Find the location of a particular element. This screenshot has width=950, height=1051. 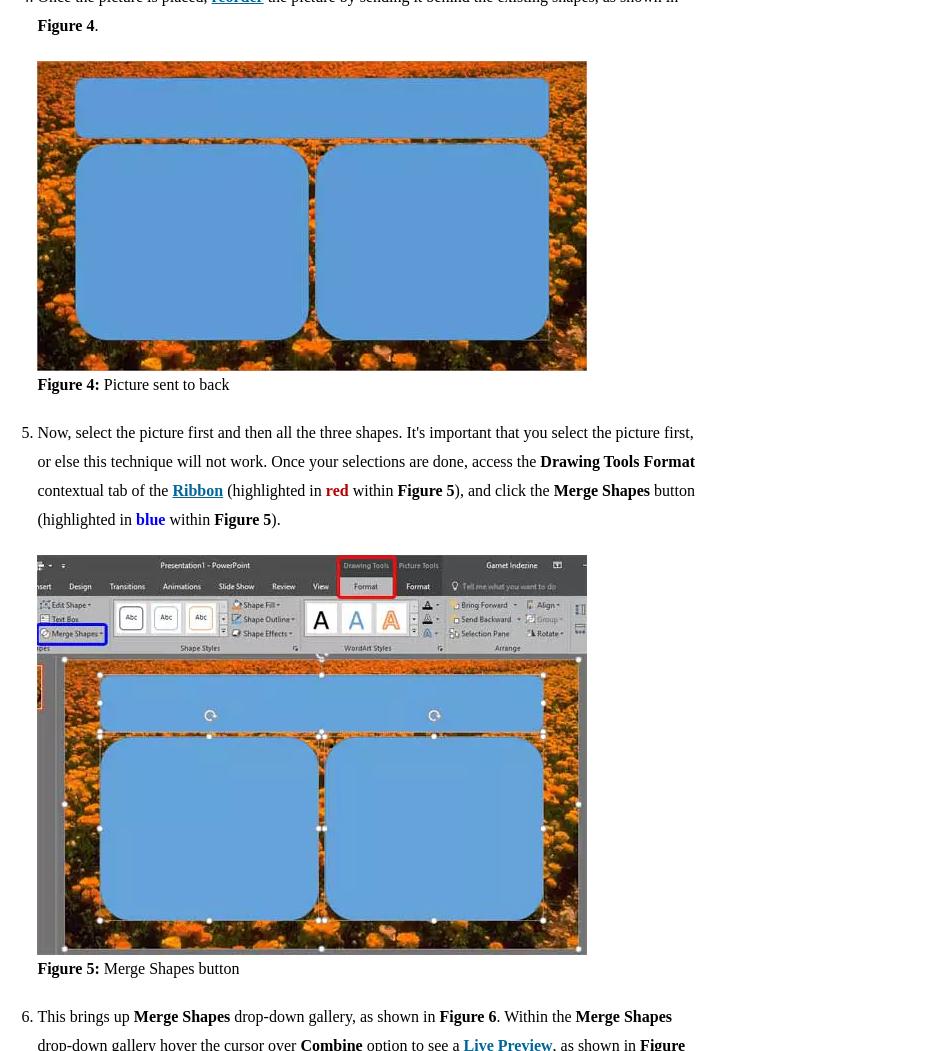

'red' is located at coordinates (335, 490).